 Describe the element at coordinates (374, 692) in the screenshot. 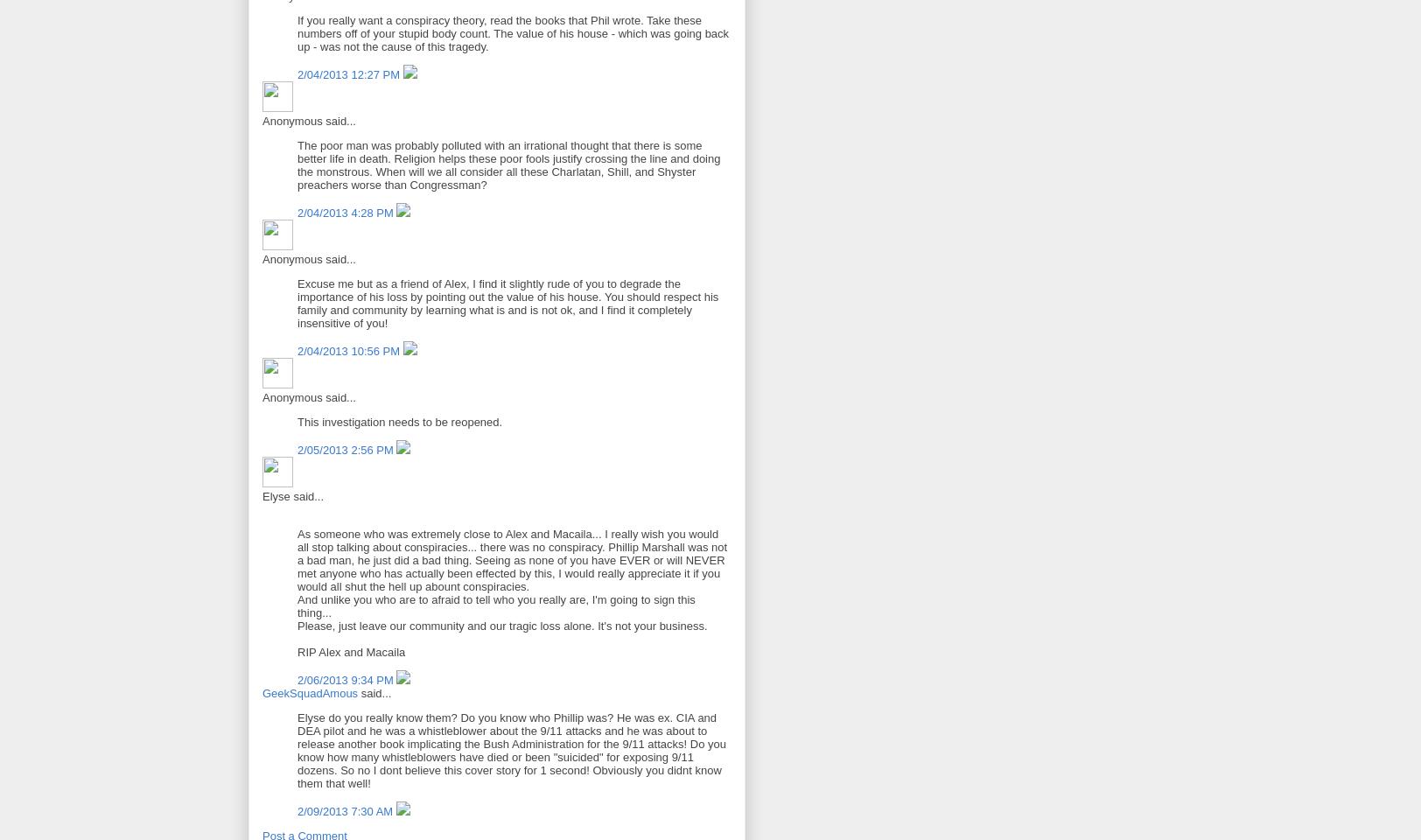

I see `'said...'` at that location.